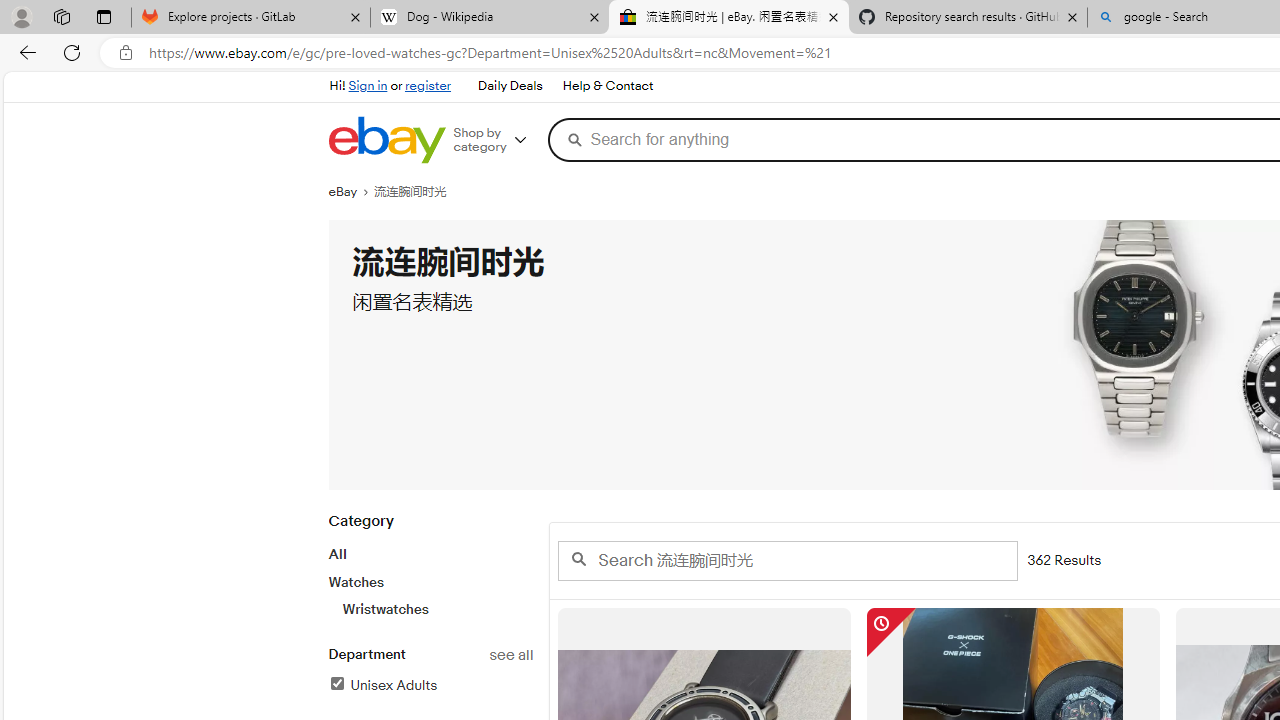  I want to click on 'All', so click(337, 554).